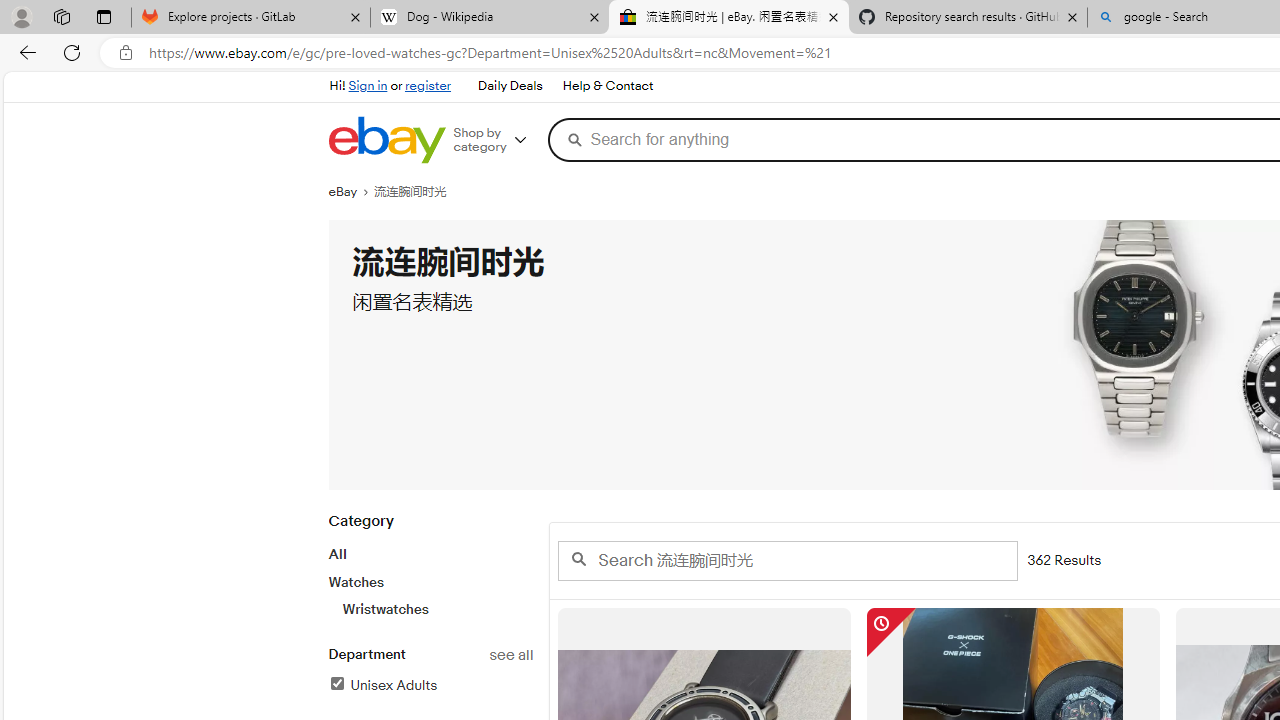  I want to click on 'All', so click(337, 554).